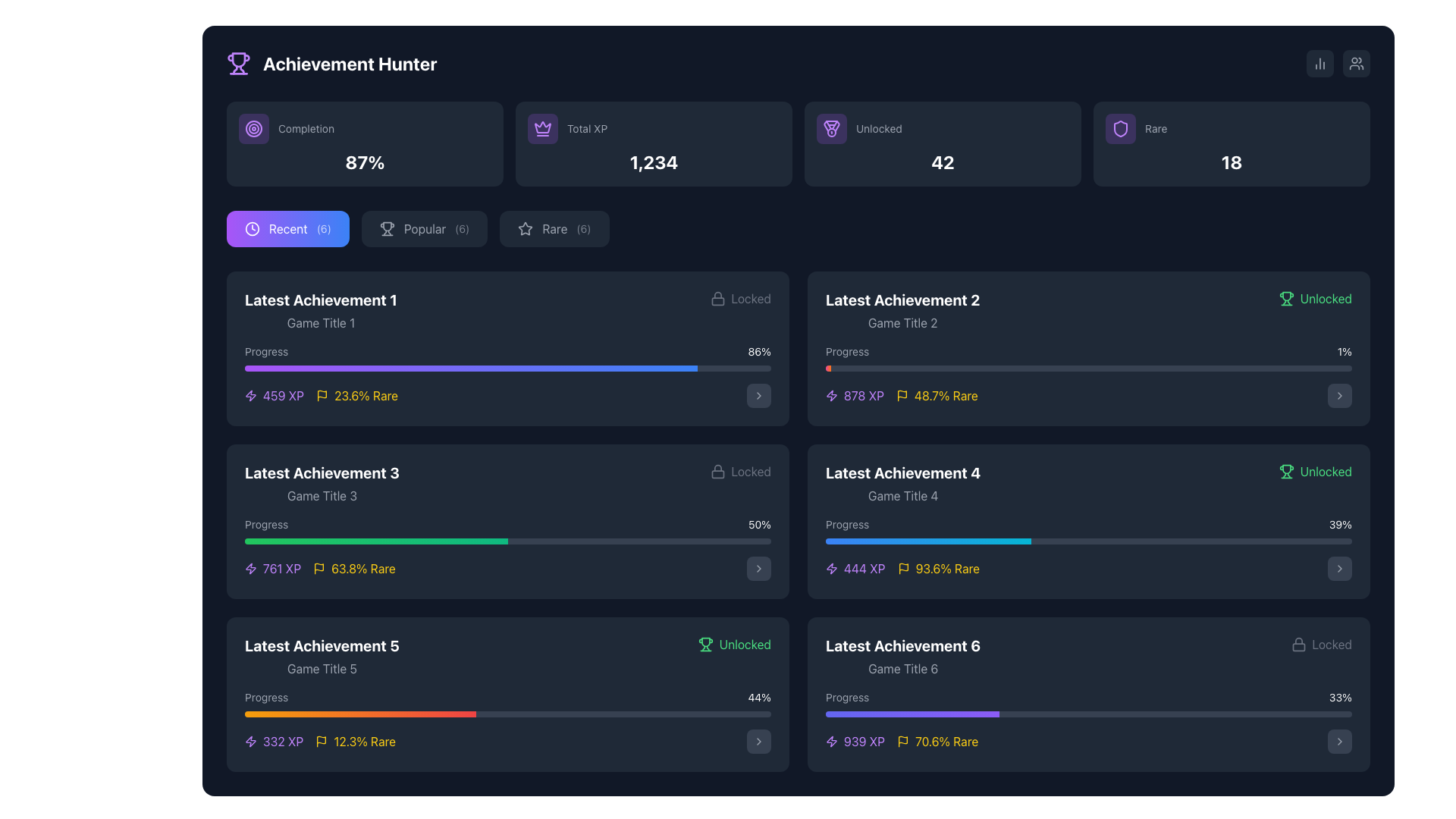 The image size is (1456, 819). Describe the element at coordinates (902, 741) in the screenshot. I see `the text displaying '939 XP' followed by '70.6% Rare', which is styled in purple and yellow respectively, located in the lower-right section of the 'Latest Achievement 6' card` at that location.